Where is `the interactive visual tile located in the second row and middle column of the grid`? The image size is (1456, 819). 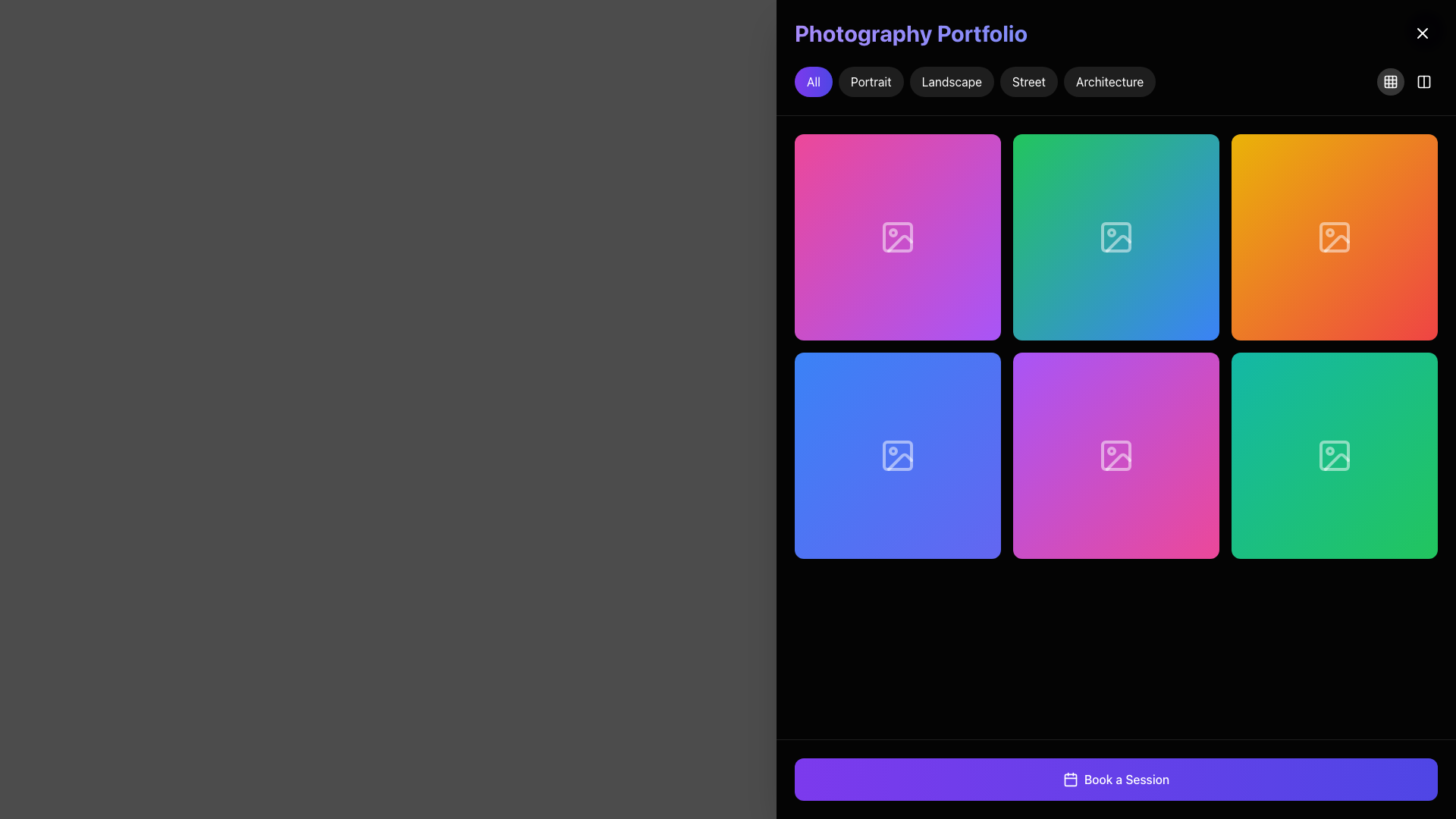 the interactive visual tile located in the second row and middle column of the grid is located at coordinates (1116, 455).